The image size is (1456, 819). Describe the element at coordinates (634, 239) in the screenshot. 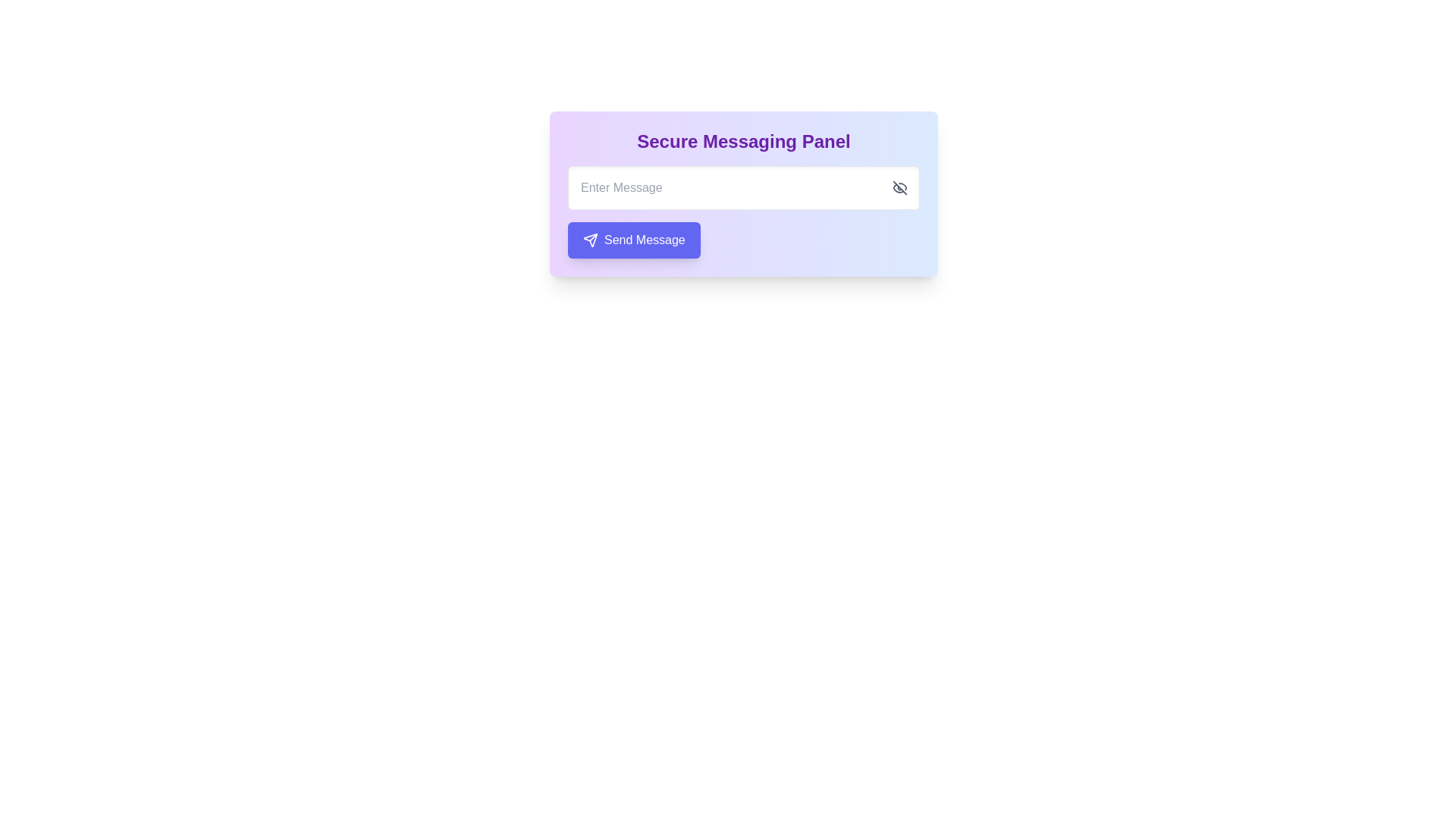

I see `the send message button located at the bottom-left corner of the 'Secure Messaging Panel'` at that location.